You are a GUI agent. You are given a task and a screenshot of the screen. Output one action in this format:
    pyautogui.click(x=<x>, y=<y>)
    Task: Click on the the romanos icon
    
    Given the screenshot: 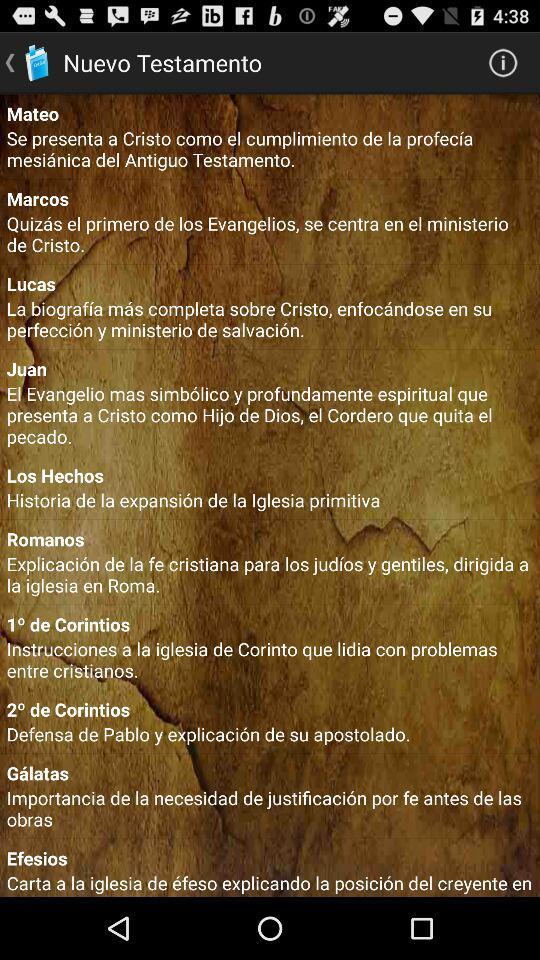 What is the action you would take?
    pyautogui.click(x=270, y=538)
    